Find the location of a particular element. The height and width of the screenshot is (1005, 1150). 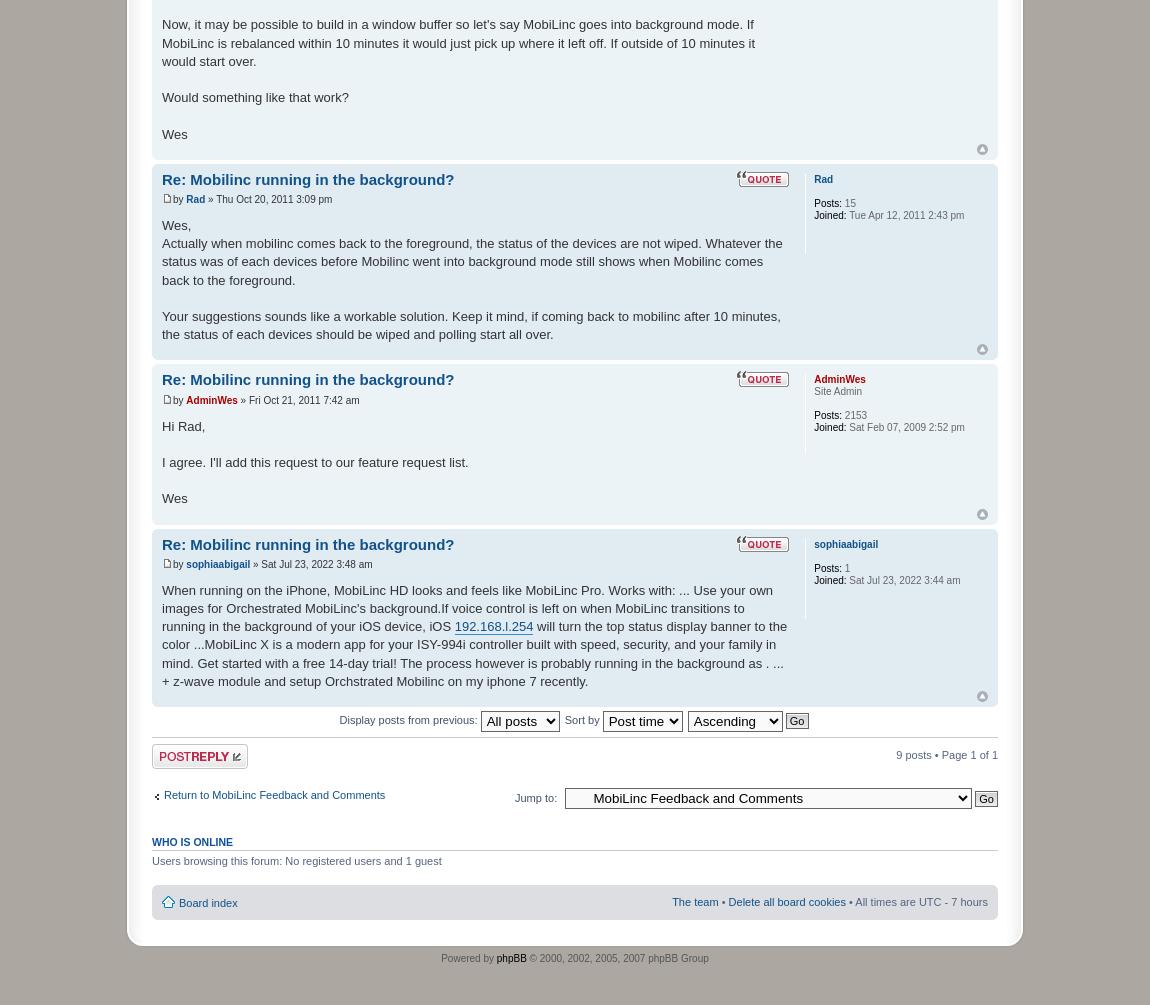

'Sat Jul 23, 2022 3:44 am' is located at coordinates (902, 578).